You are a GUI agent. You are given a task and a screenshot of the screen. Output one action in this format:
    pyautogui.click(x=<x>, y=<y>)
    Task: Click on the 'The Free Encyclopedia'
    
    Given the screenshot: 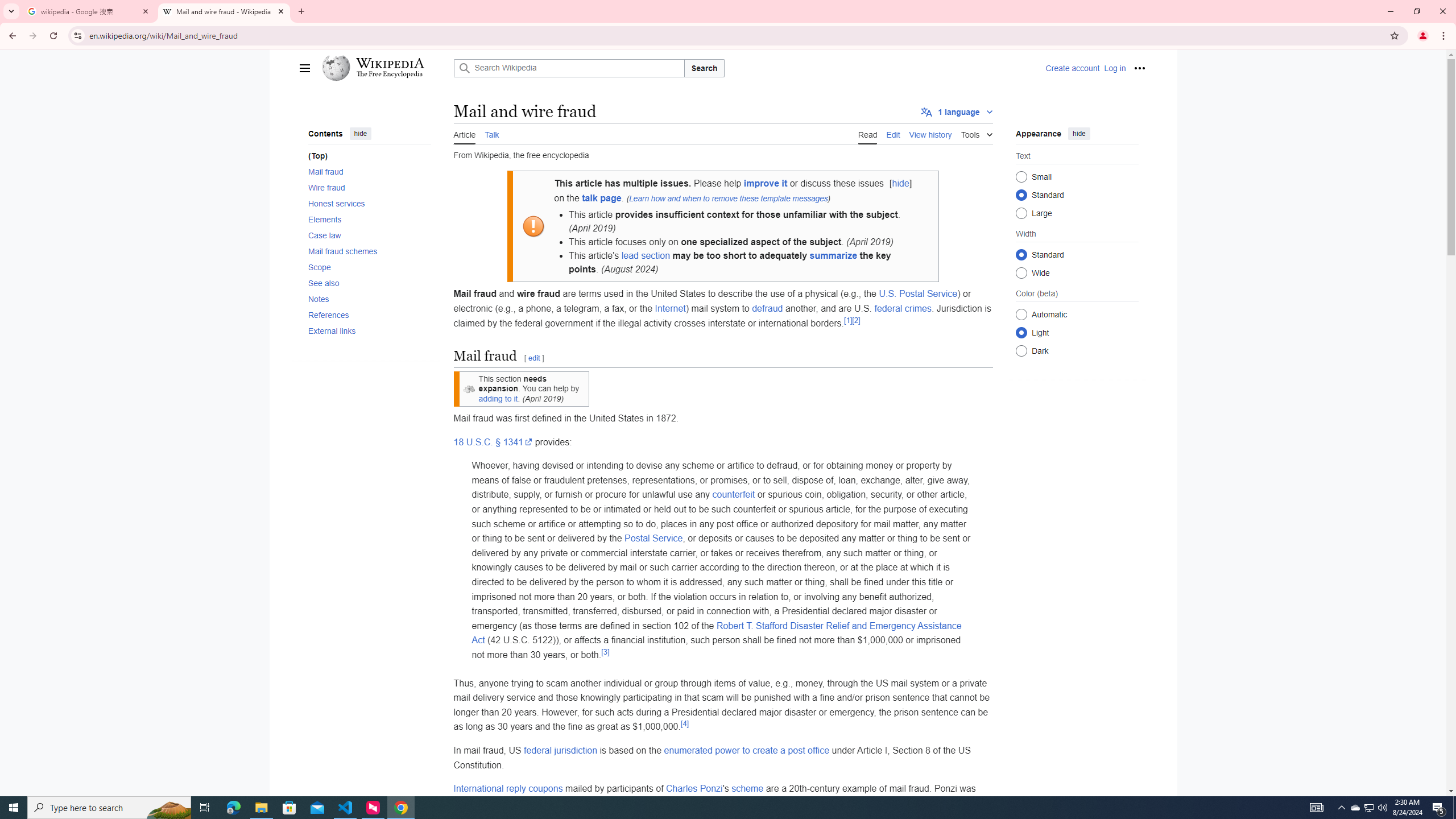 What is the action you would take?
    pyautogui.click(x=390, y=74)
    